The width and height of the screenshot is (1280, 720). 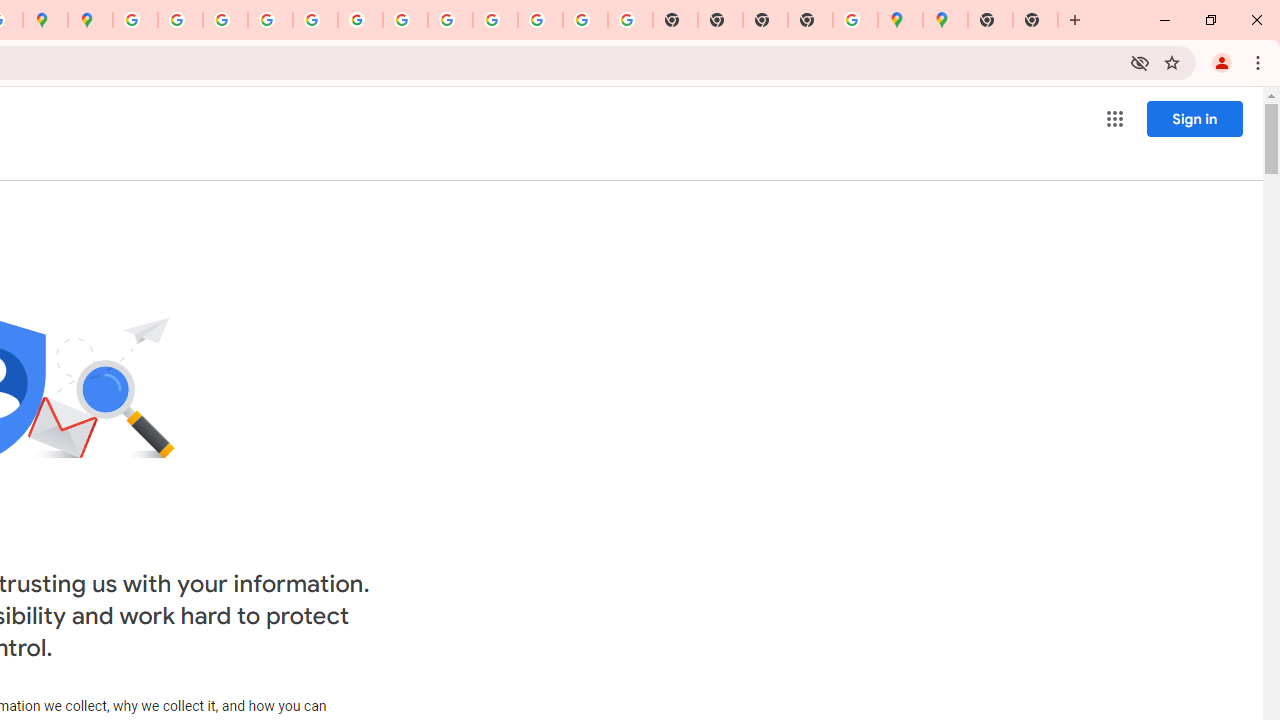 I want to click on 'New Tab', so click(x=810, y=20).